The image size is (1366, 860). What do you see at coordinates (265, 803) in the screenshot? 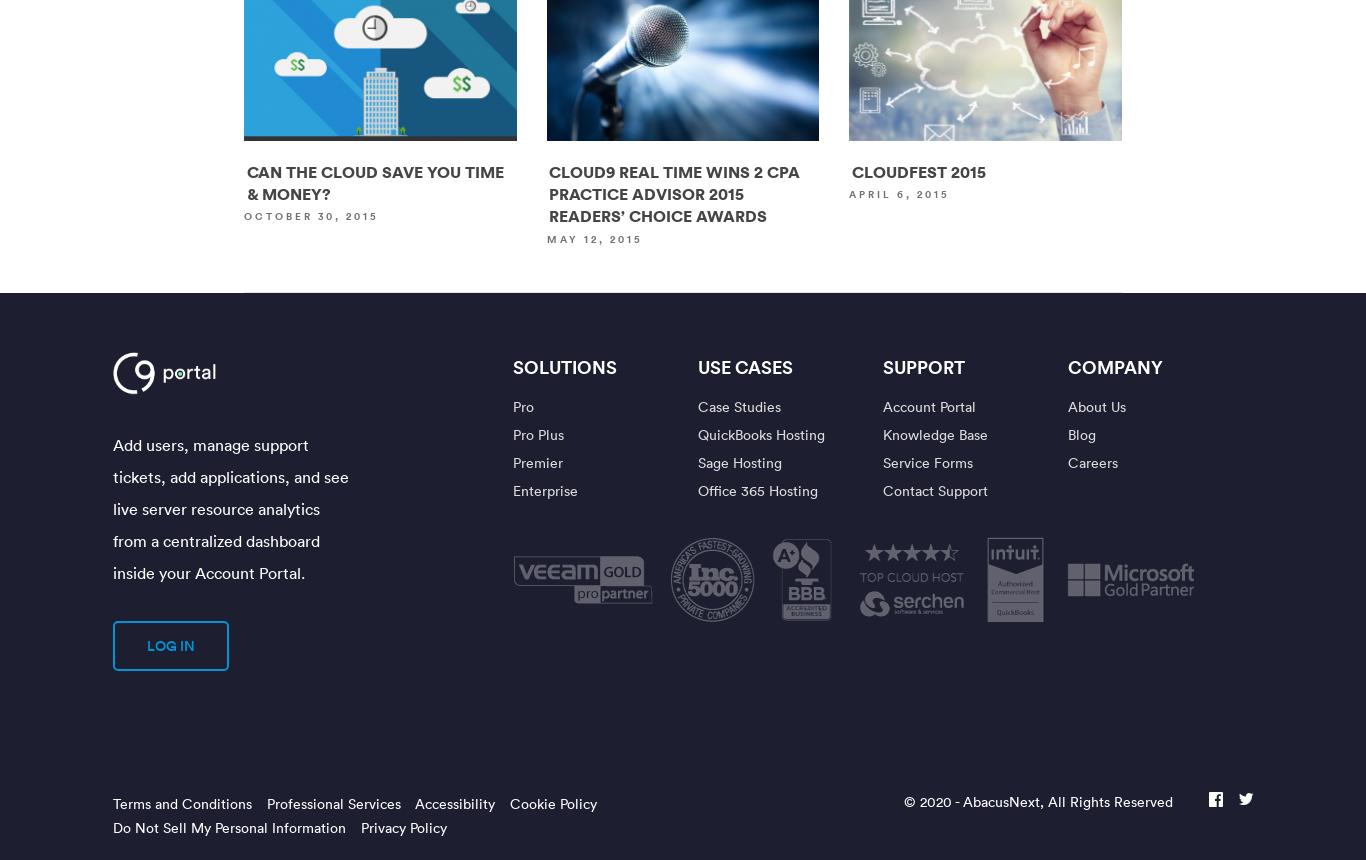
I see `'Professional Services'` at bounding box center [265, 803].